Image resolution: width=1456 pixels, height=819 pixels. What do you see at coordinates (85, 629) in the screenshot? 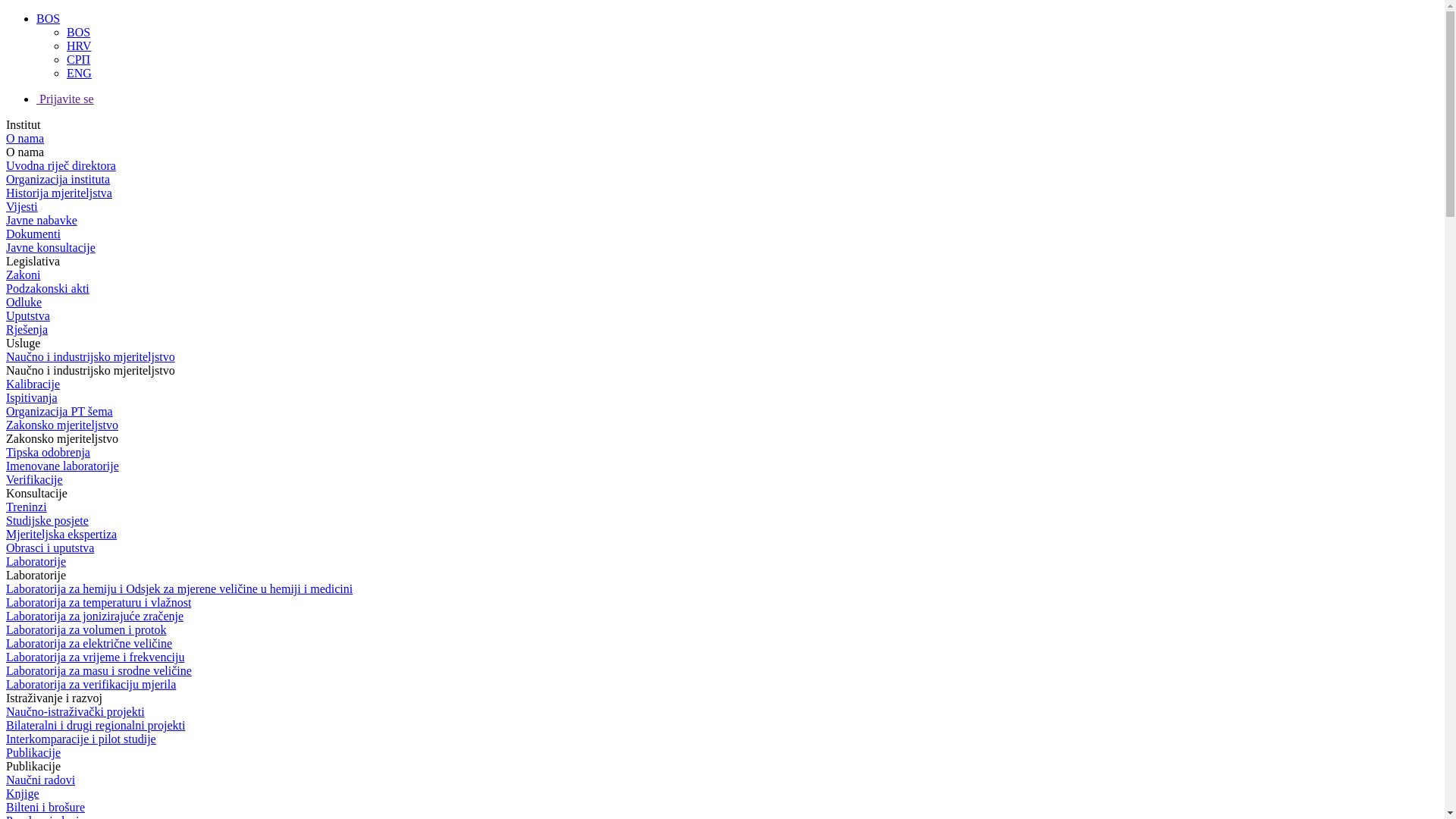
I see `'Laboratorija za volumen i protok'` at bounding box center [85, 629].